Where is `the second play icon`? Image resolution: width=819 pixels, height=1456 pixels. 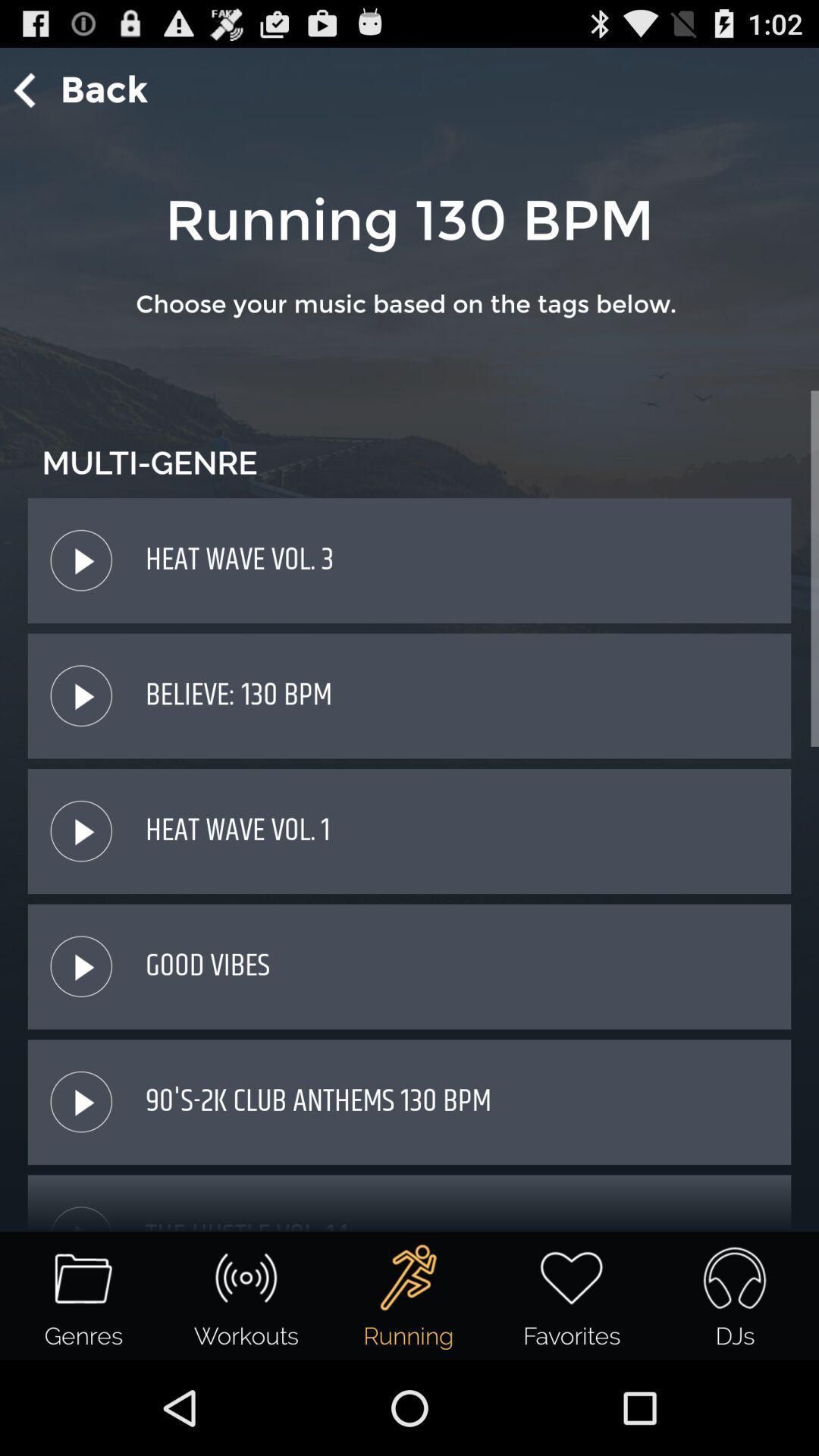 the second play icon is located at coordinates (81, 695).